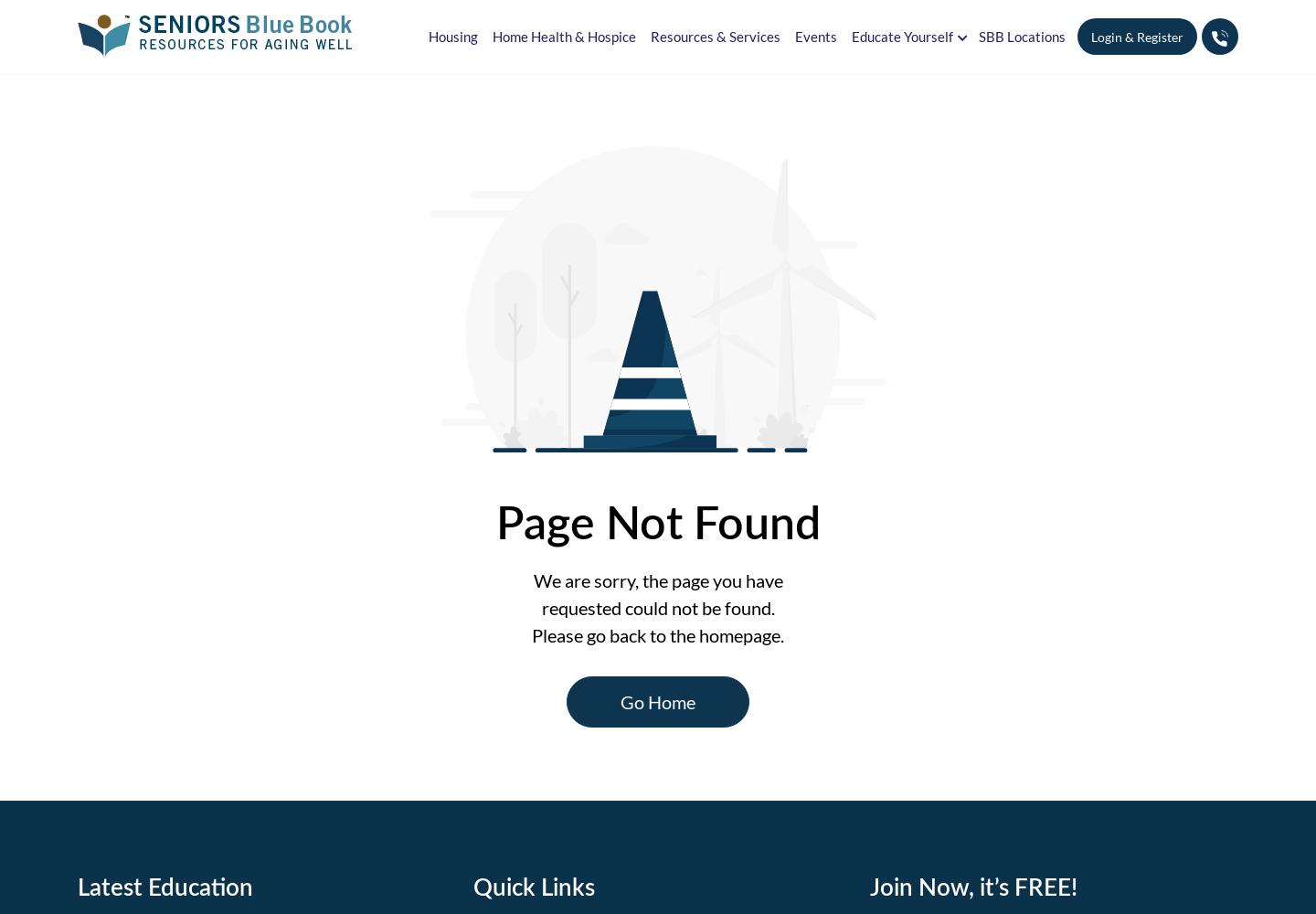  I want to click on 'We are sorry, the page you have requested could not be found. Please go back to the homepage.', so click(658, 607).